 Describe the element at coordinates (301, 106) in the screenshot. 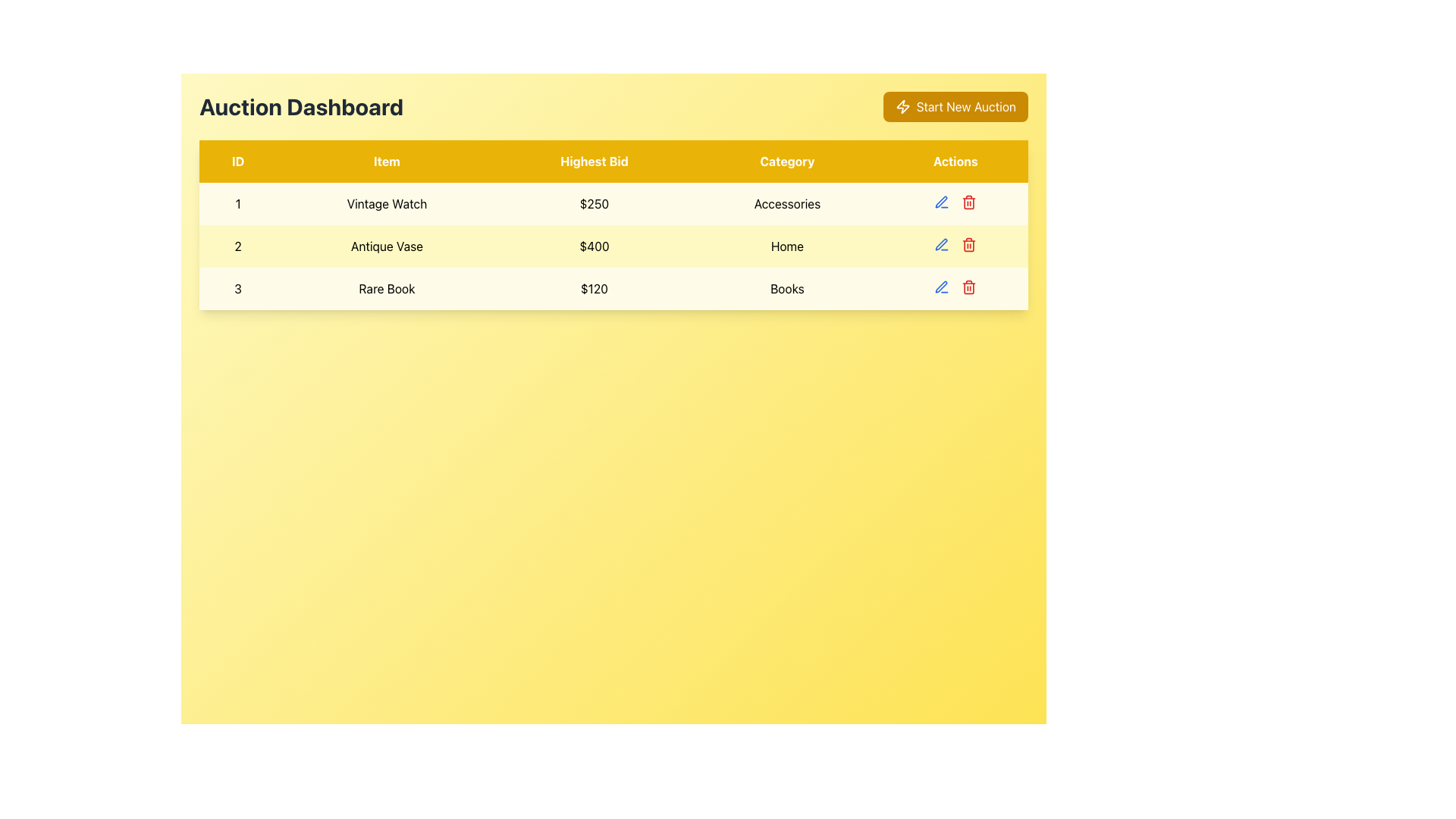

I see `the heading text 'This Text allows users to:'` at that location.